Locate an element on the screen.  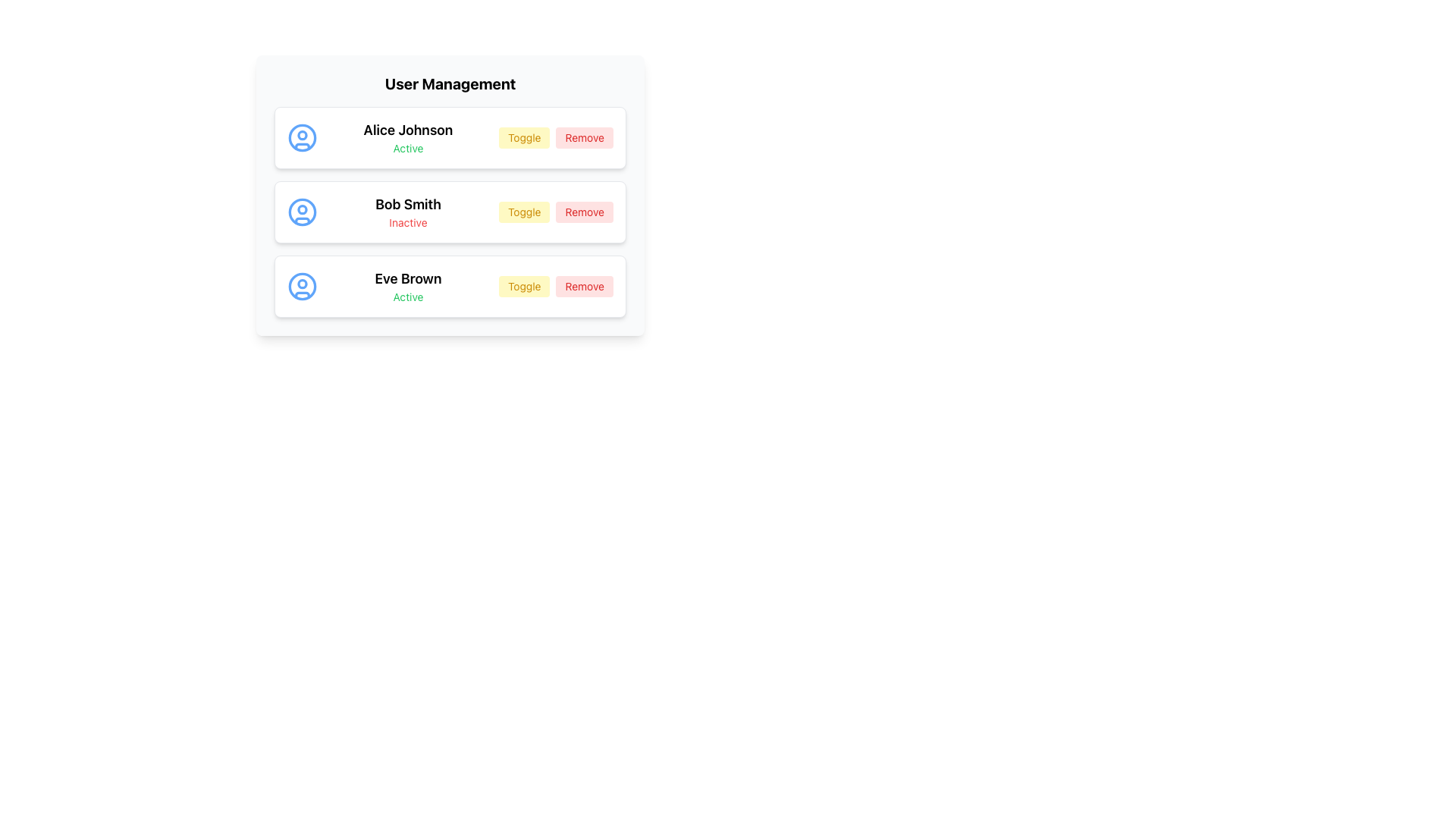
keyboard navigation is located at coordinates (584, 287).